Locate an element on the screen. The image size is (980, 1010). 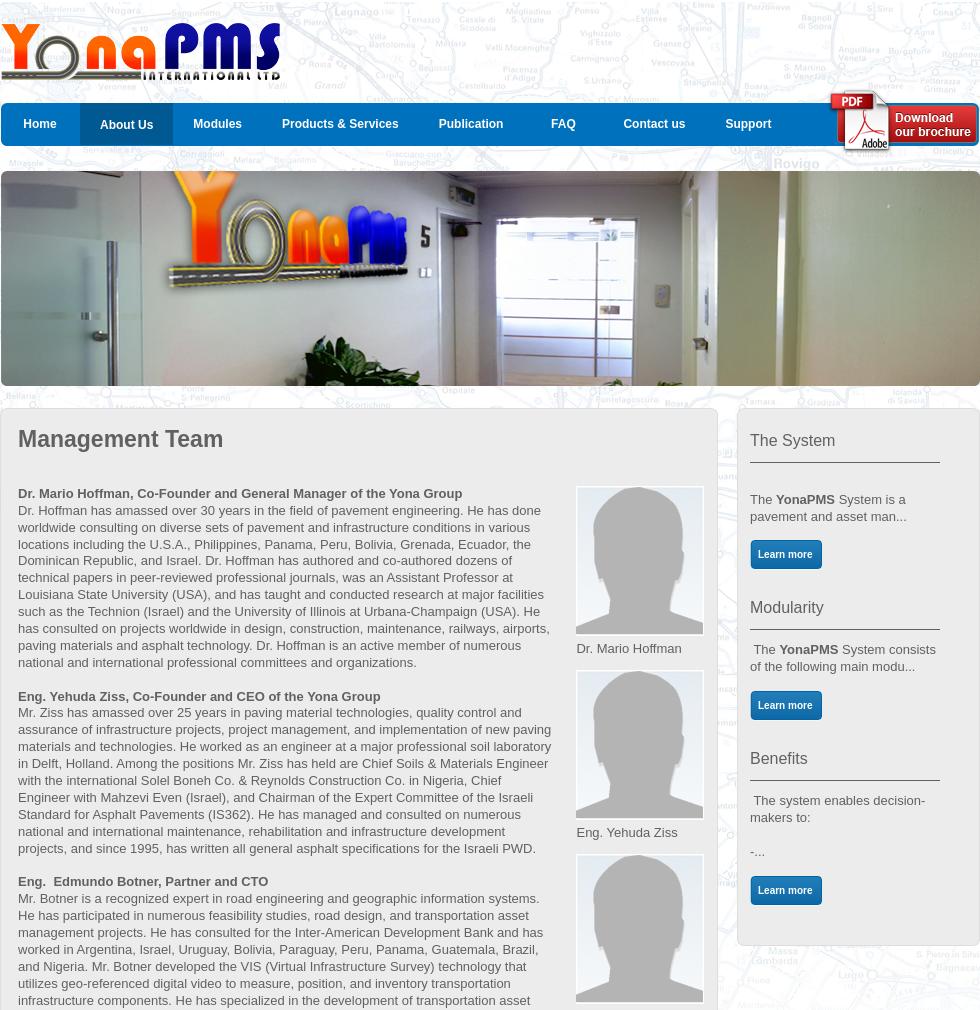
'Eng.  Edmundo Botner, Partner and CTO' is located at coordinates (142, 881).